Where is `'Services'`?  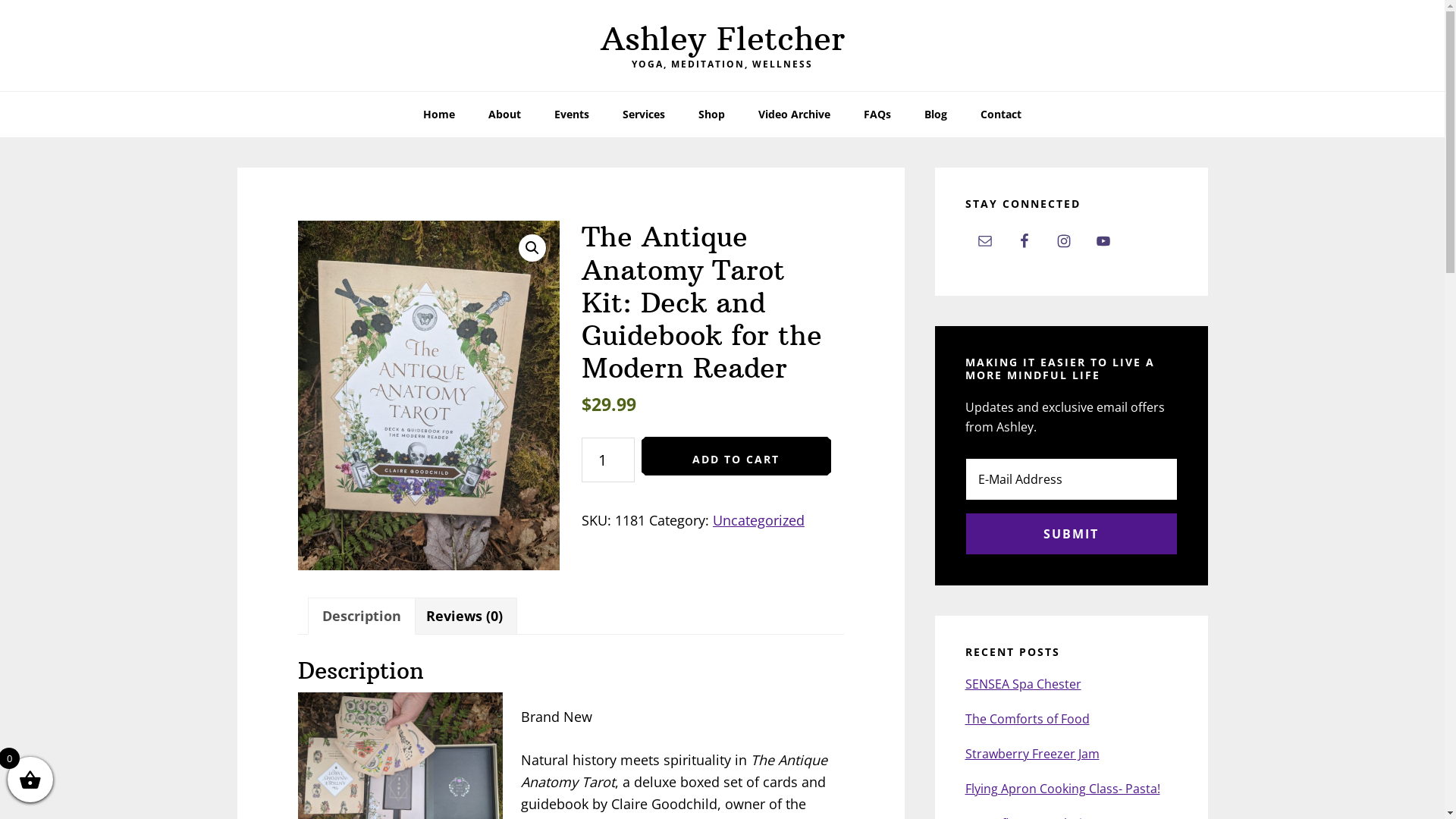 'Services' is located at coordinates (644, 113).